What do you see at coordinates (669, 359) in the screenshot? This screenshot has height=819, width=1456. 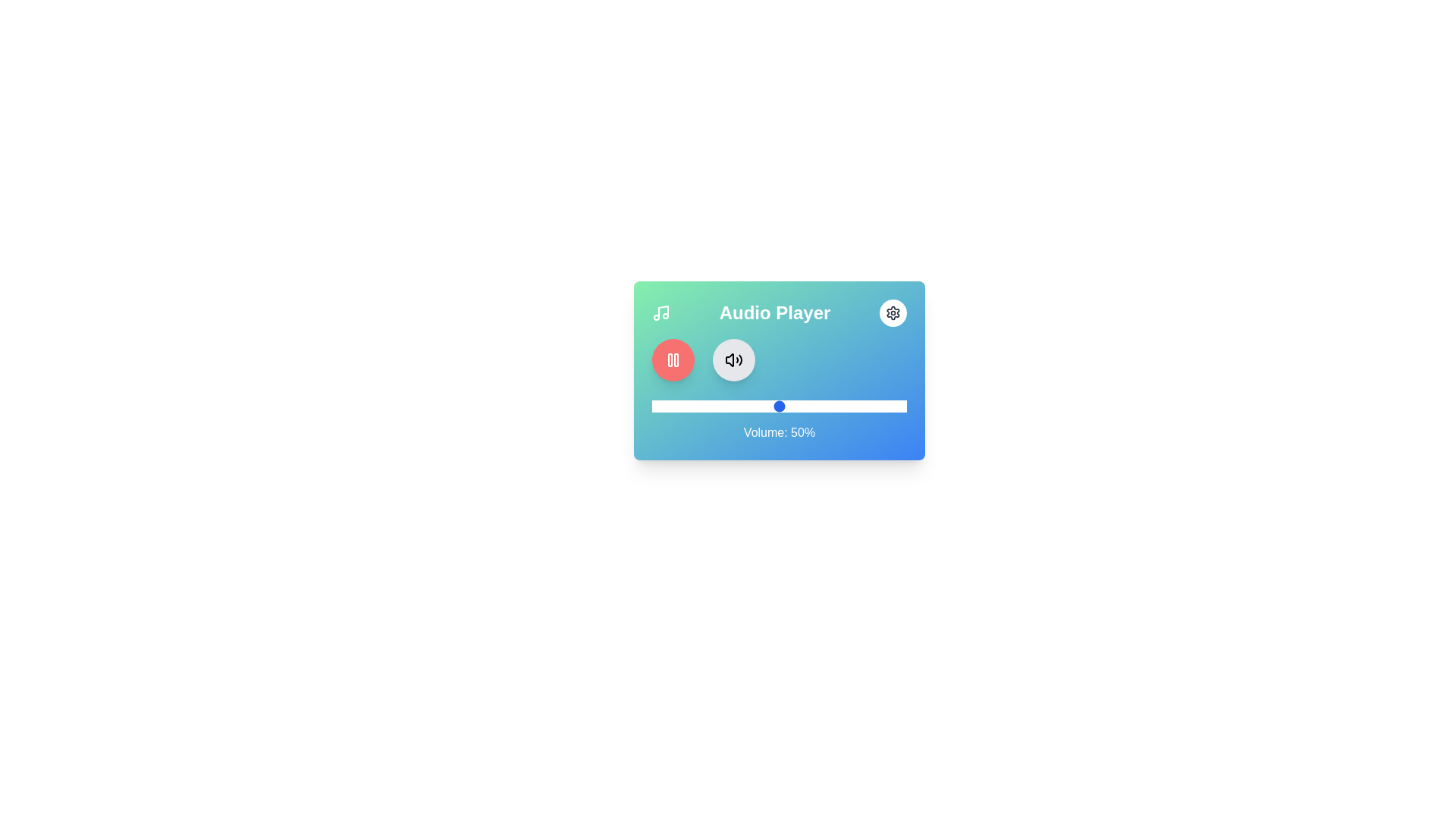 I see `the left vertical bar of the pause icon` at bounding box center [669, 359].